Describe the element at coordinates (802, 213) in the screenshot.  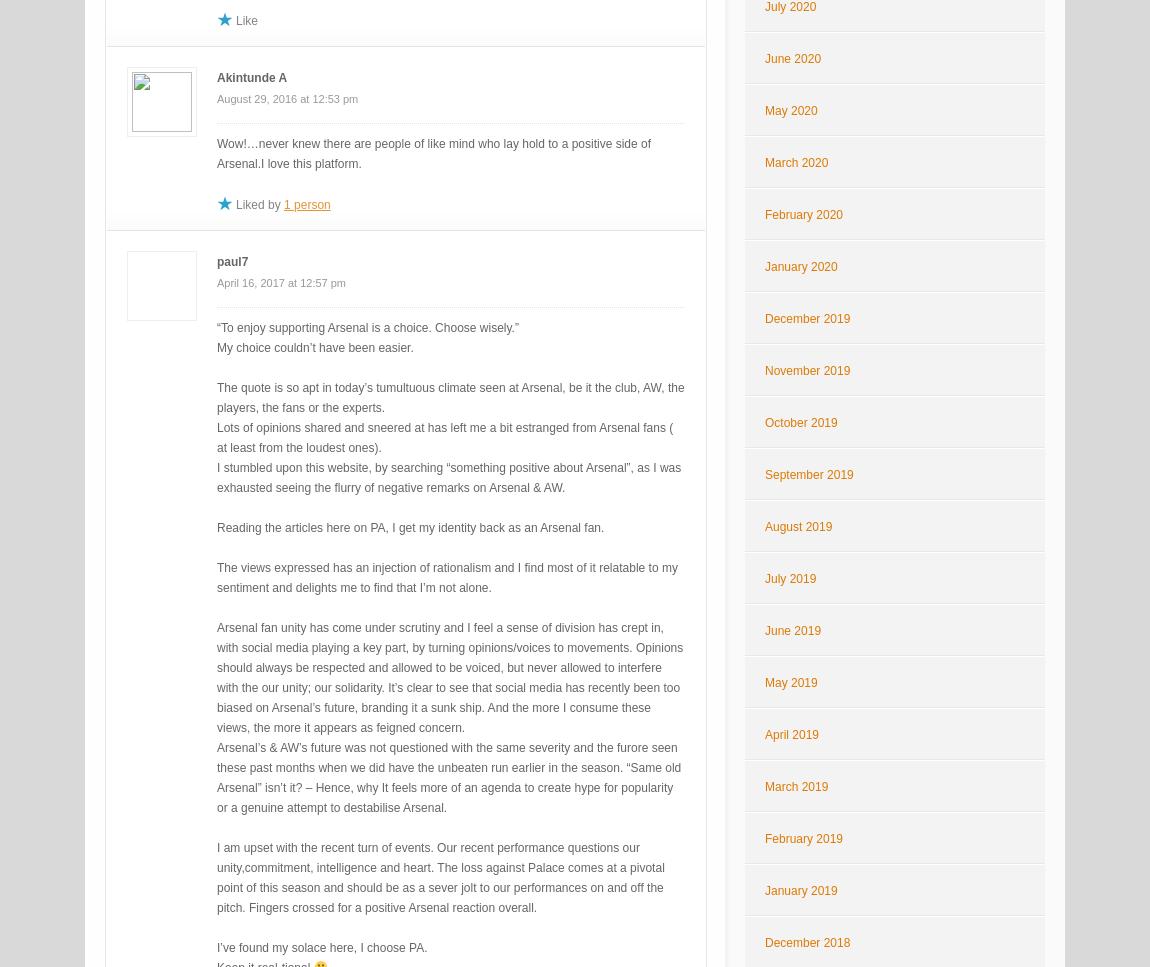
I see `'February 2020'` at that location.